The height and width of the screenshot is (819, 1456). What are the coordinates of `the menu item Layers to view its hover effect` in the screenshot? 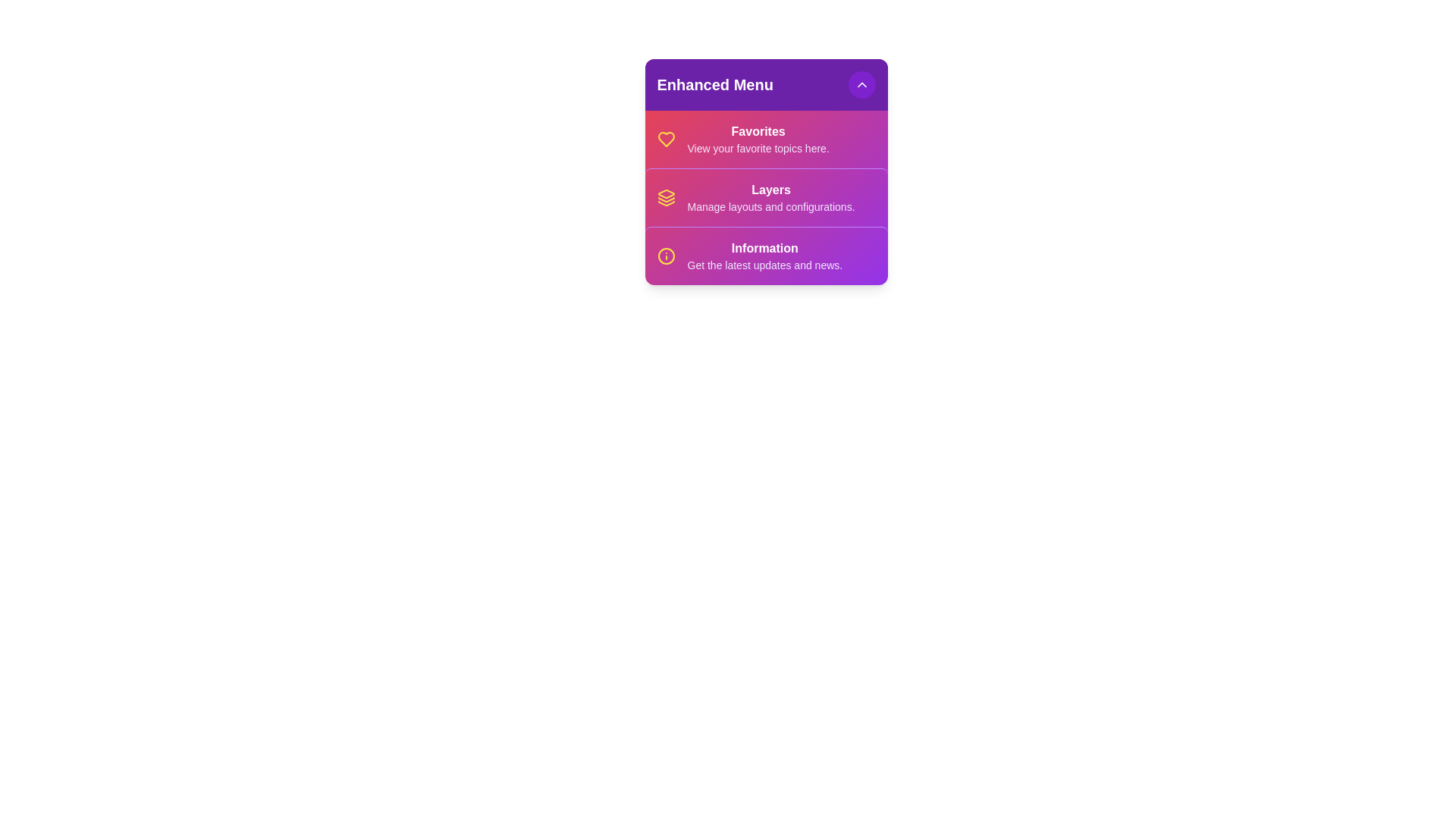 It's located at (766, 196).